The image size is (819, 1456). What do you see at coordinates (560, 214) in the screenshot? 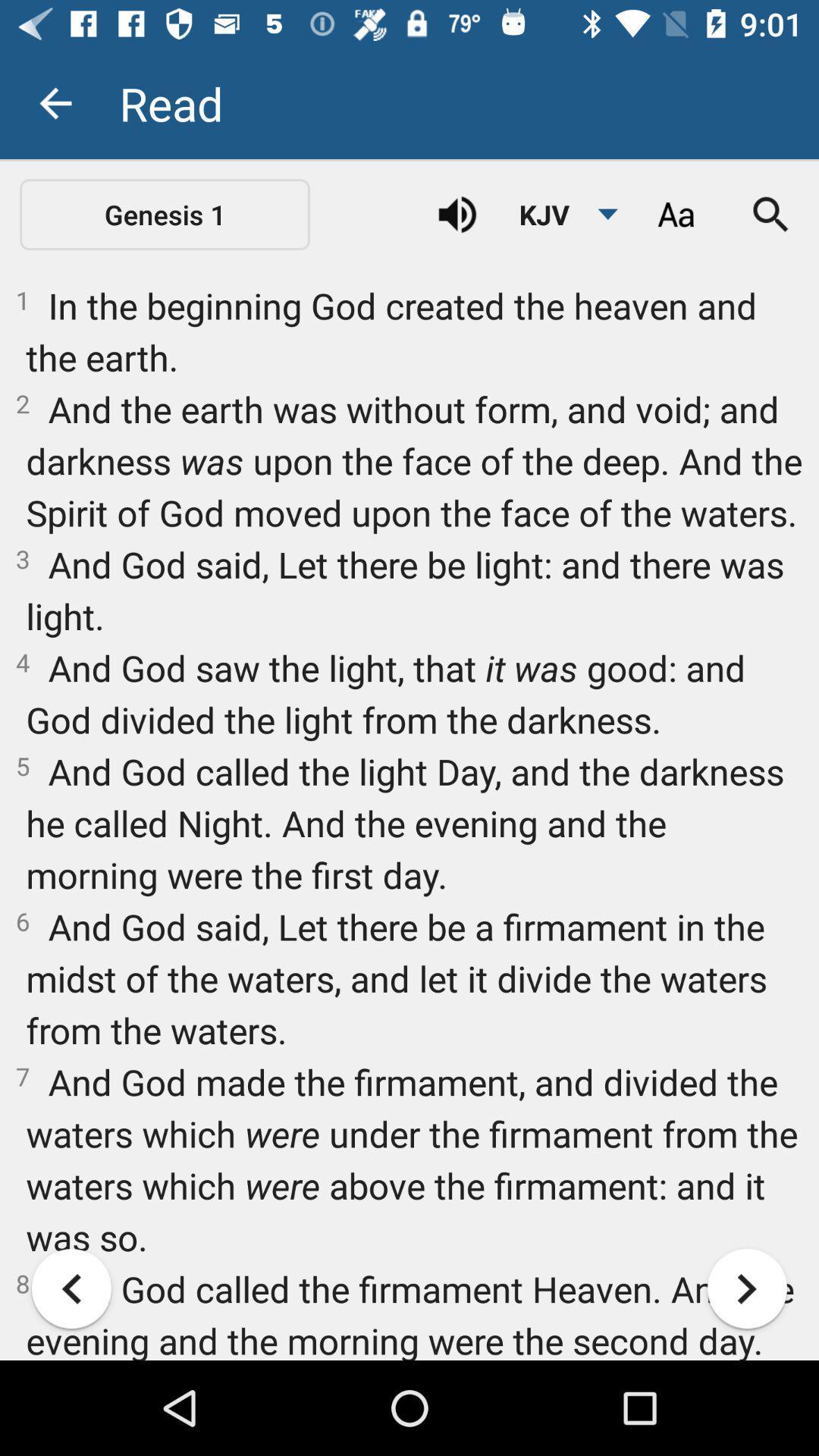
I see `the kjv` at bounding box center [560, 214].